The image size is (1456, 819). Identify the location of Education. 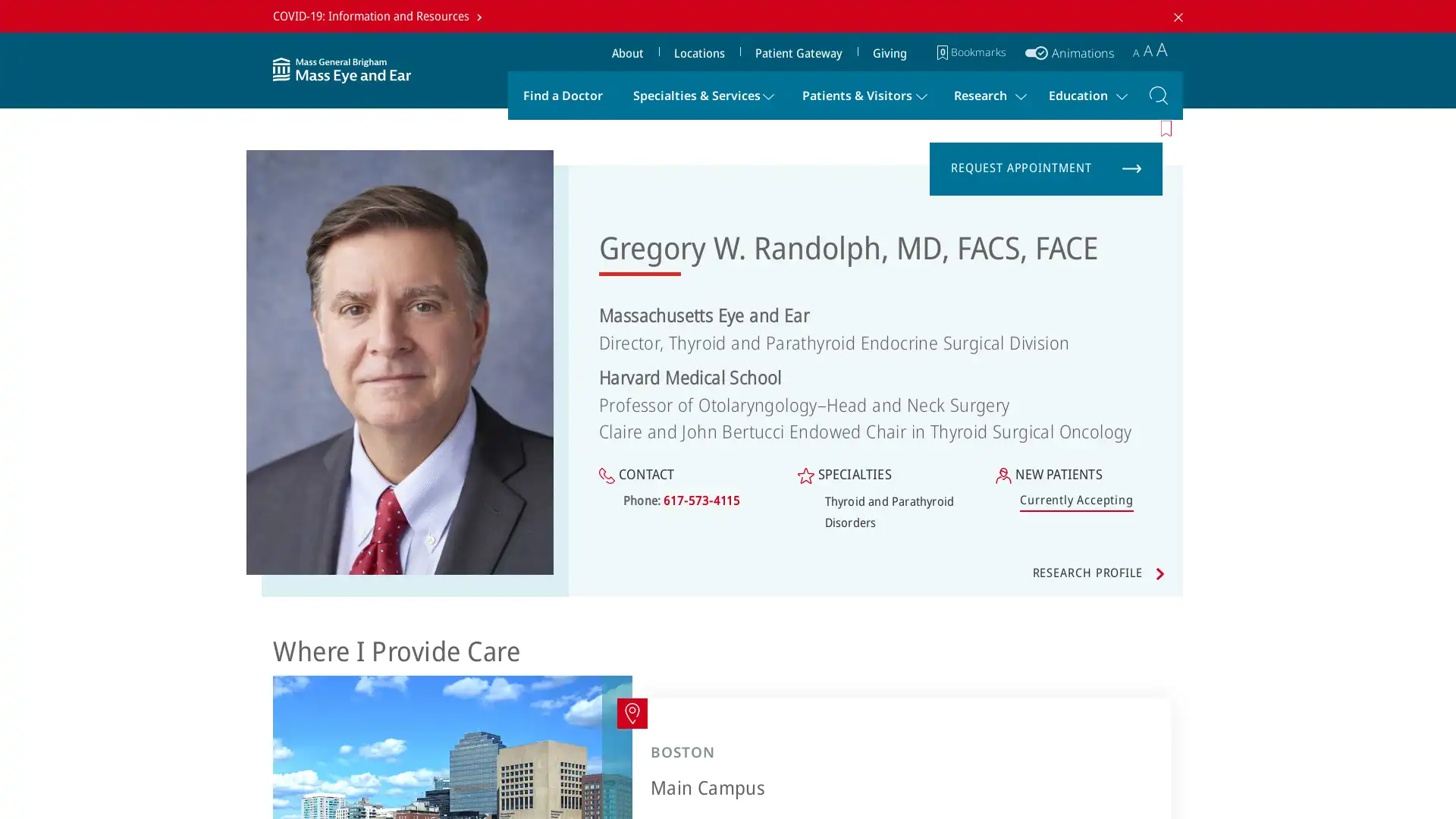
(1083, 94).